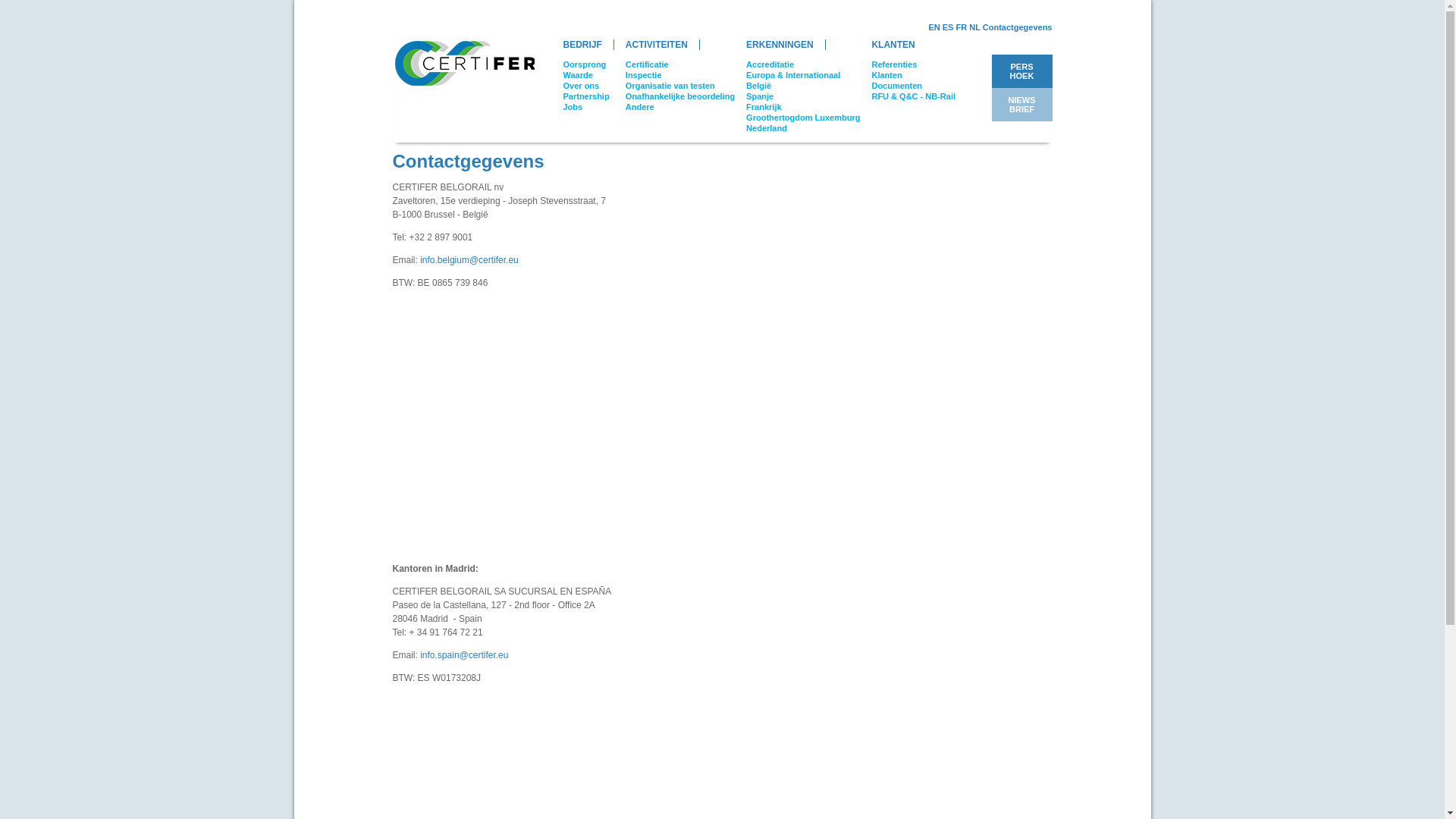 The image size is (1456, 819). What do you see at coordinates (974, 27) in the screenshot?
I see `'NL'` at bounding box center [974, 27].